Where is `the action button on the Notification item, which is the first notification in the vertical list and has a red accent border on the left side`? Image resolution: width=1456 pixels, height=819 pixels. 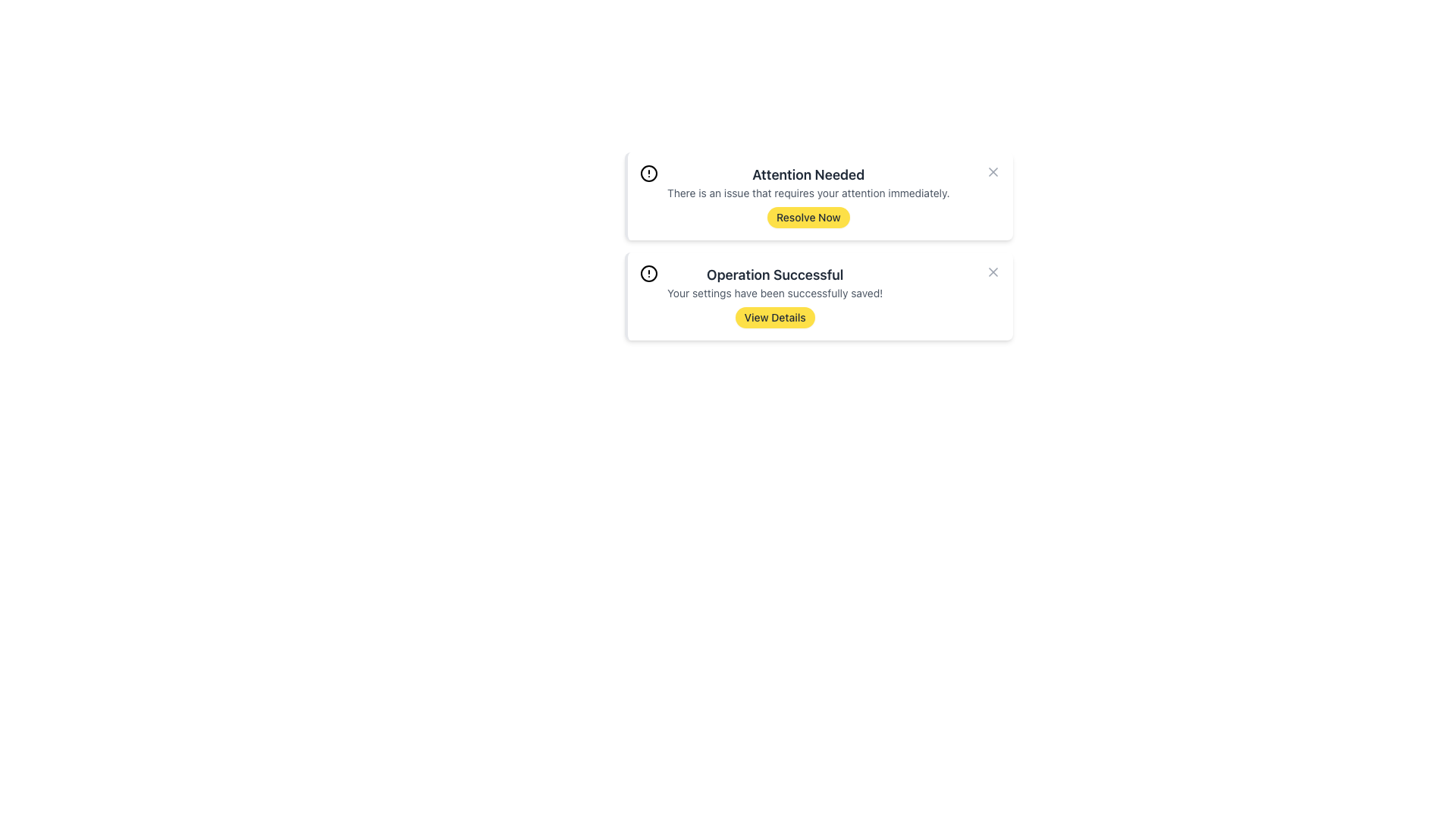 the action button on the Notification item, which is the first notification in the vertical list and has a red accent border on the left side is located at coordinates (808, 195).